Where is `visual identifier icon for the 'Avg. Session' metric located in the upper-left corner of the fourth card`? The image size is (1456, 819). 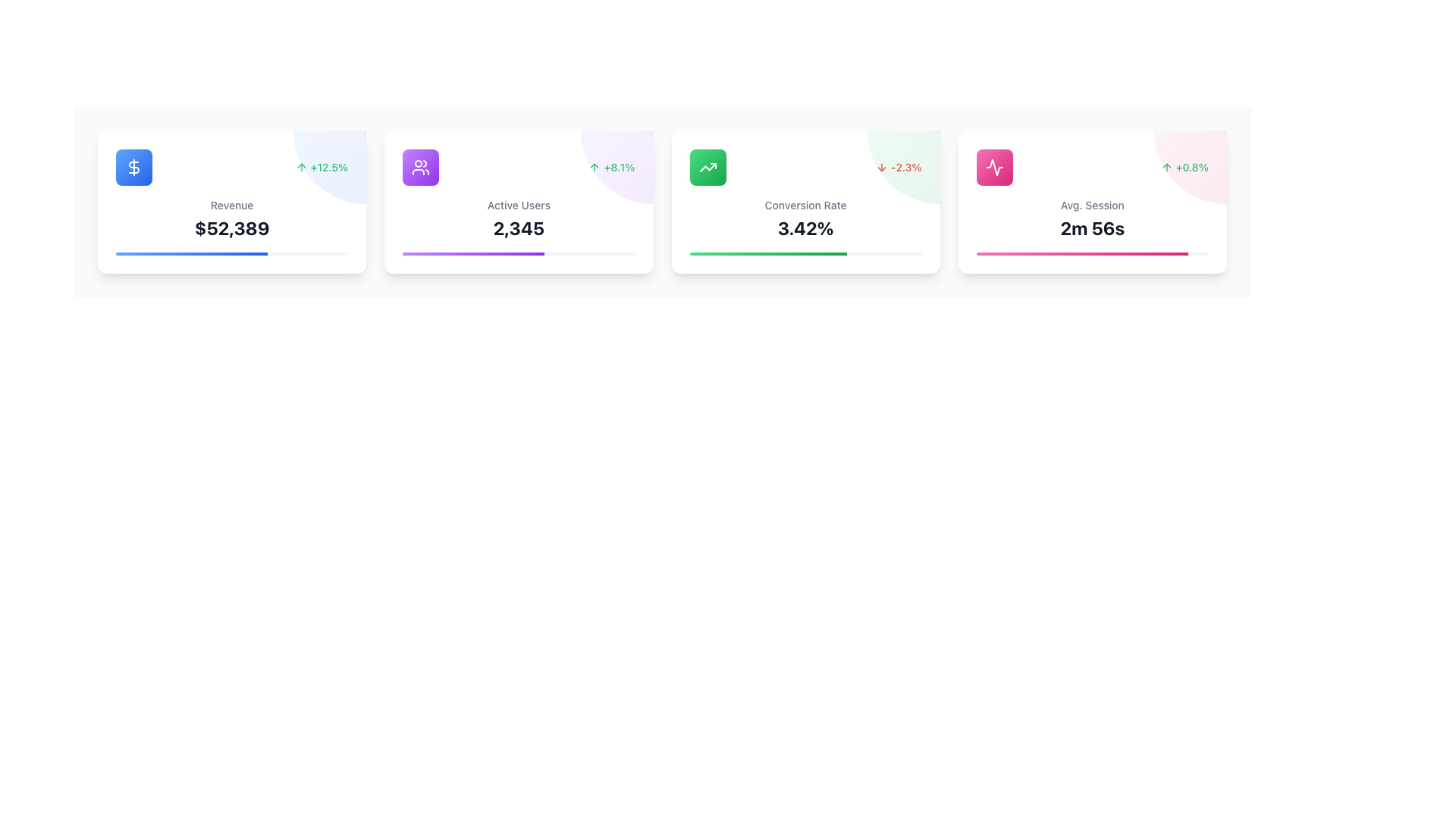 visual identifier icon for the 'Avg. Session' metric located in the upper-left corner of the fourth card is located at coordinates (994, 167).